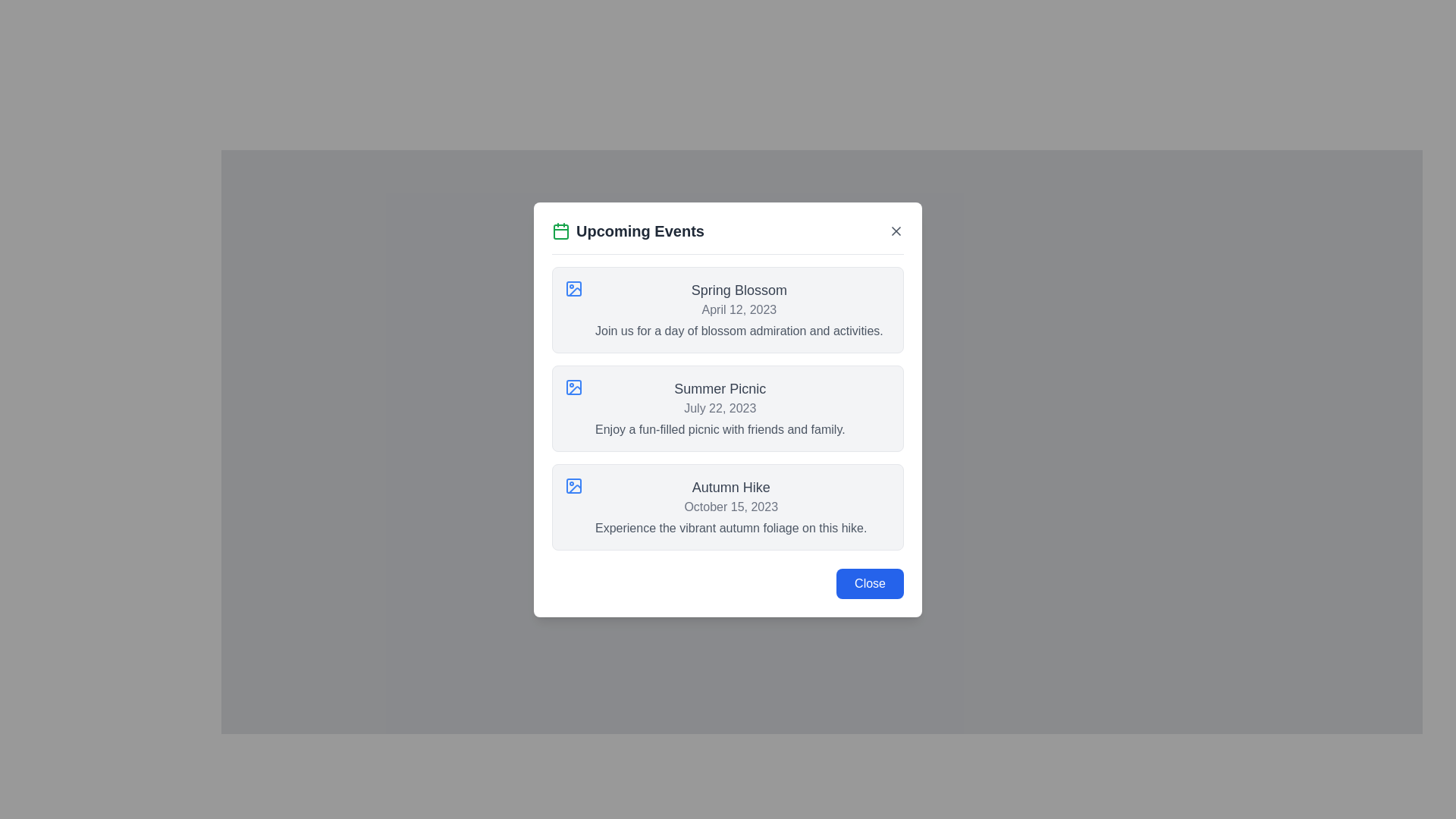 Image resolution: width=1456 pixels, height=819 pixels. Describe the element at coordinates (731, 507) in the screenshot. I see `the 'Autumn Hike' event details in the Upcoming Events modal, which is the third item in the list` at that location.